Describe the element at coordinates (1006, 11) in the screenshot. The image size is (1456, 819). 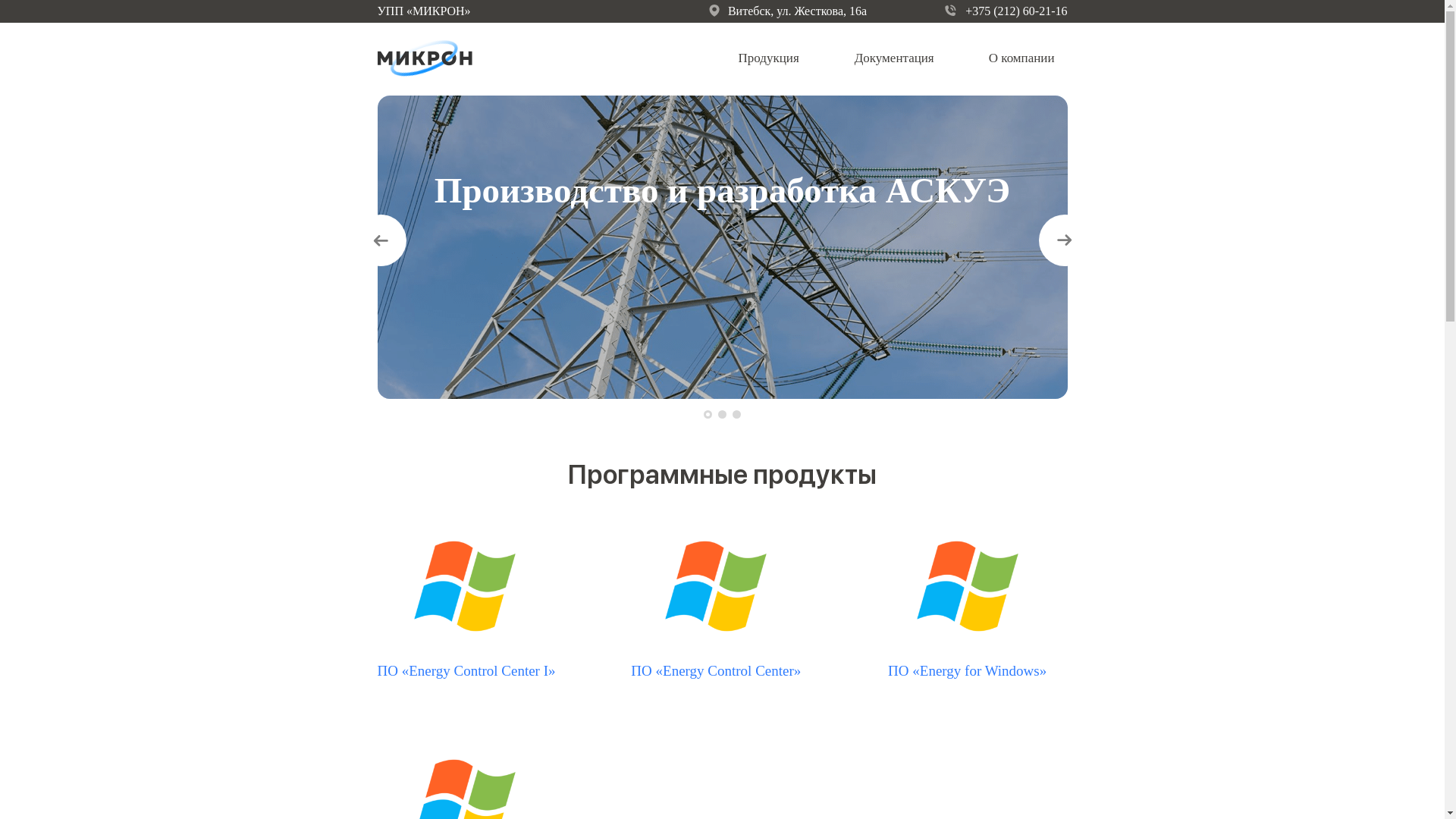
I see `'+375 (212) 60-21-16'` at that location.